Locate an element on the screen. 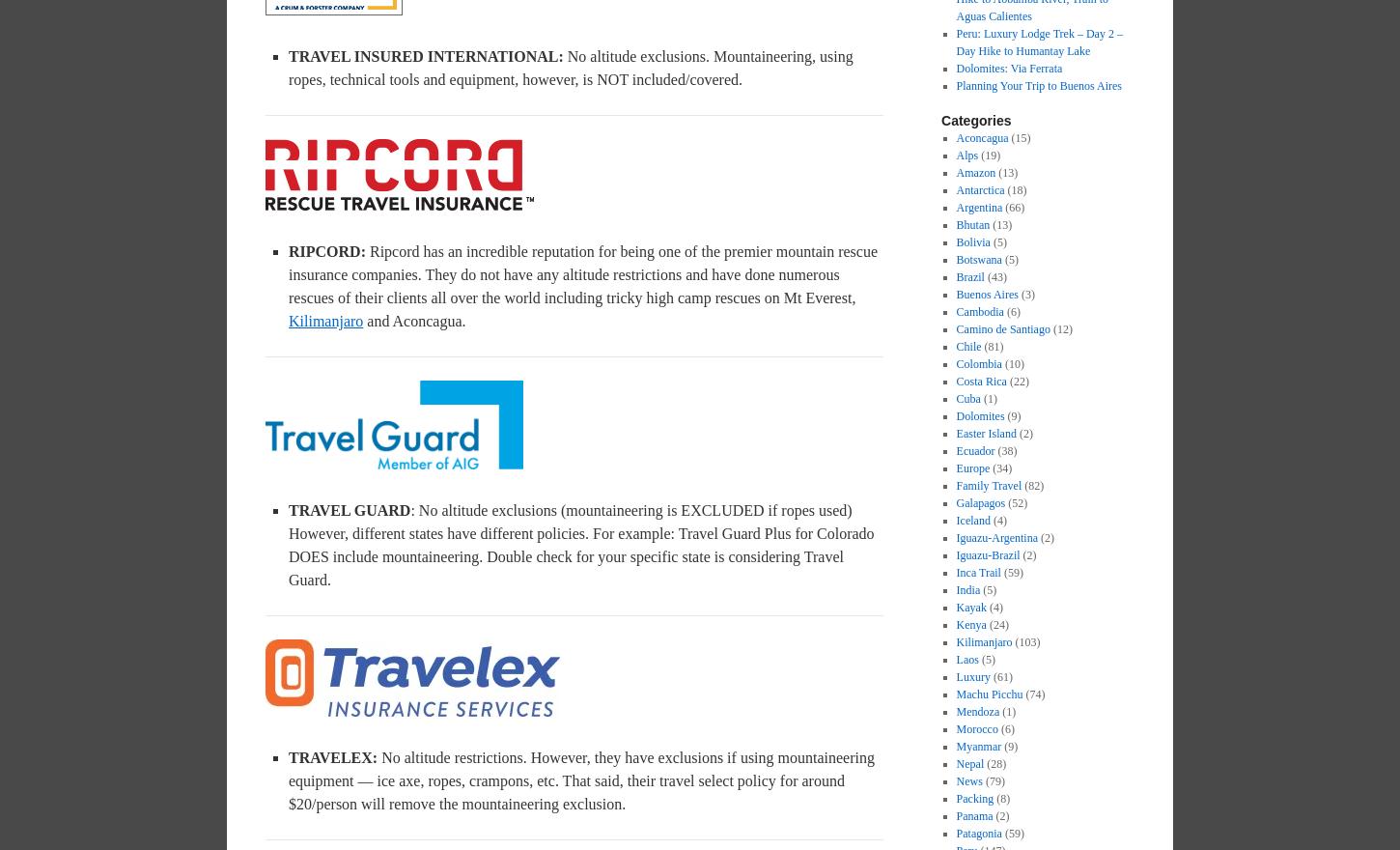  'Family Travel' is located at coordinates (956, 486).